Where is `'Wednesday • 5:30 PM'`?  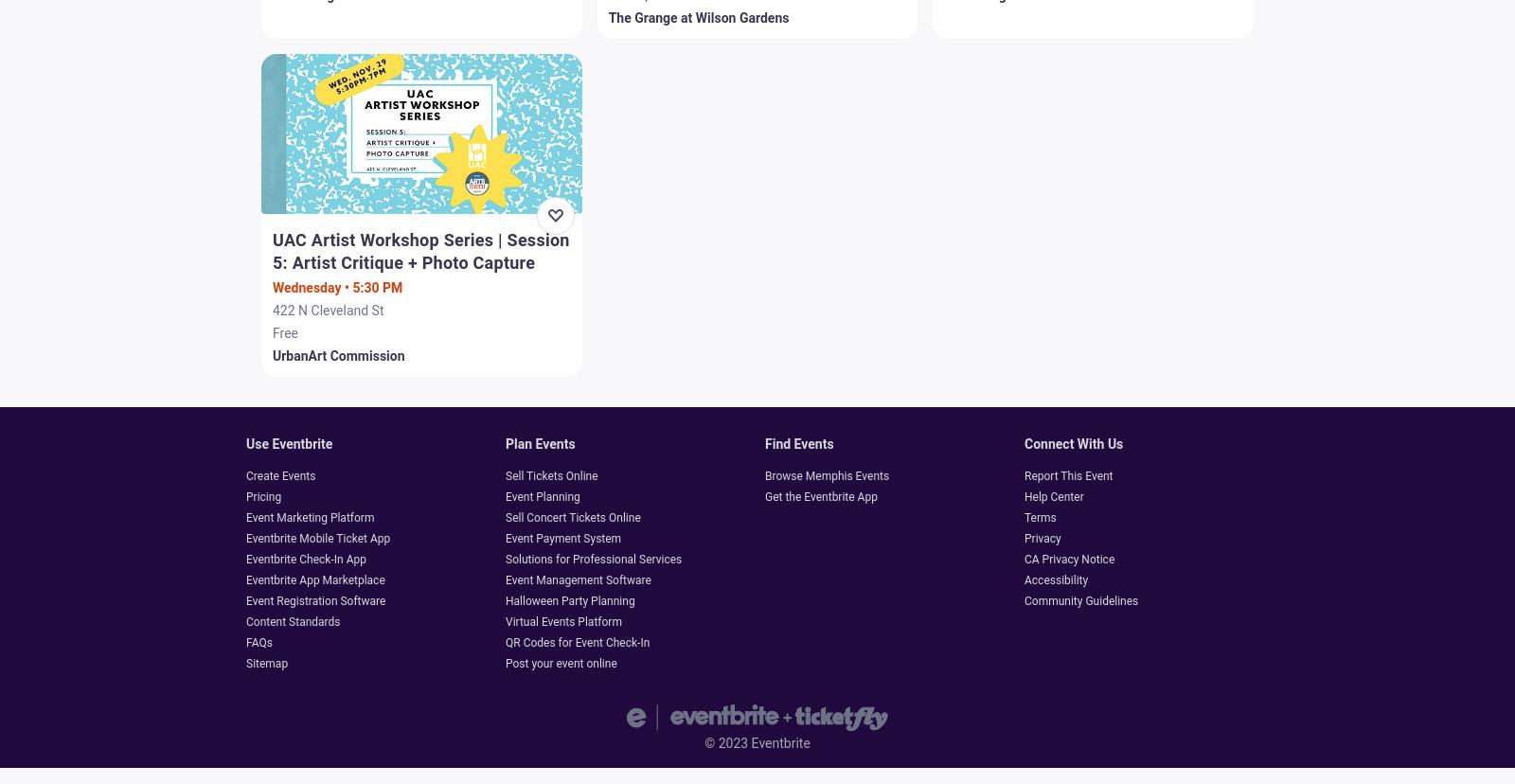 'Wednesday • 5:30 PM' is located at coordinates (337, 287).